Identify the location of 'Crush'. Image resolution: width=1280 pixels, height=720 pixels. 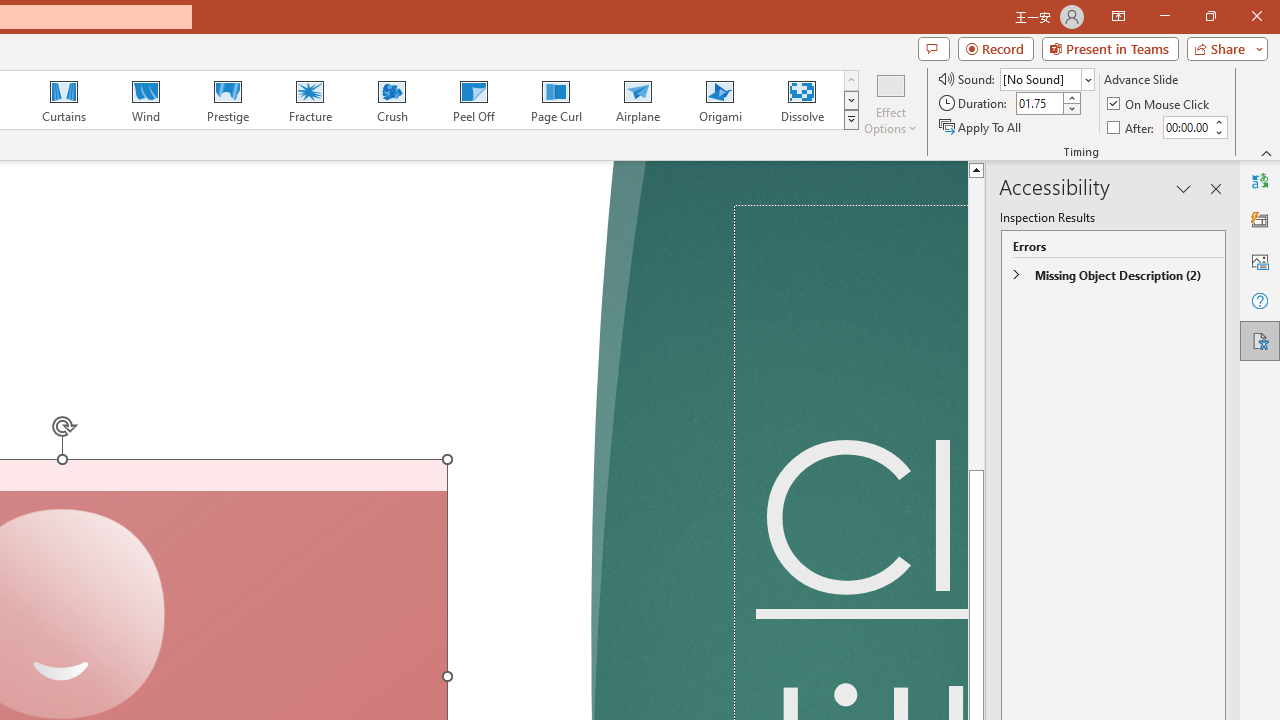
(391, 100).